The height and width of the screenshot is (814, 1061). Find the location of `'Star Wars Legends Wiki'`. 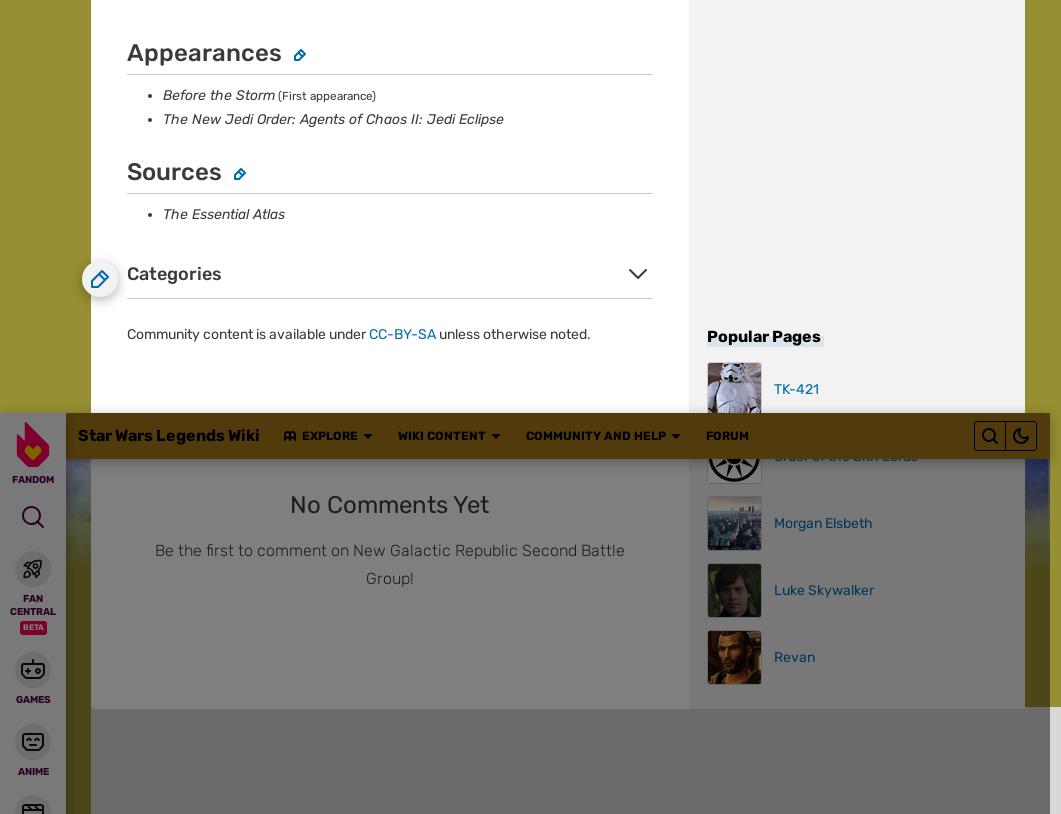

'Star Wars Legends Wiki' is located at coordinates (145, 585).